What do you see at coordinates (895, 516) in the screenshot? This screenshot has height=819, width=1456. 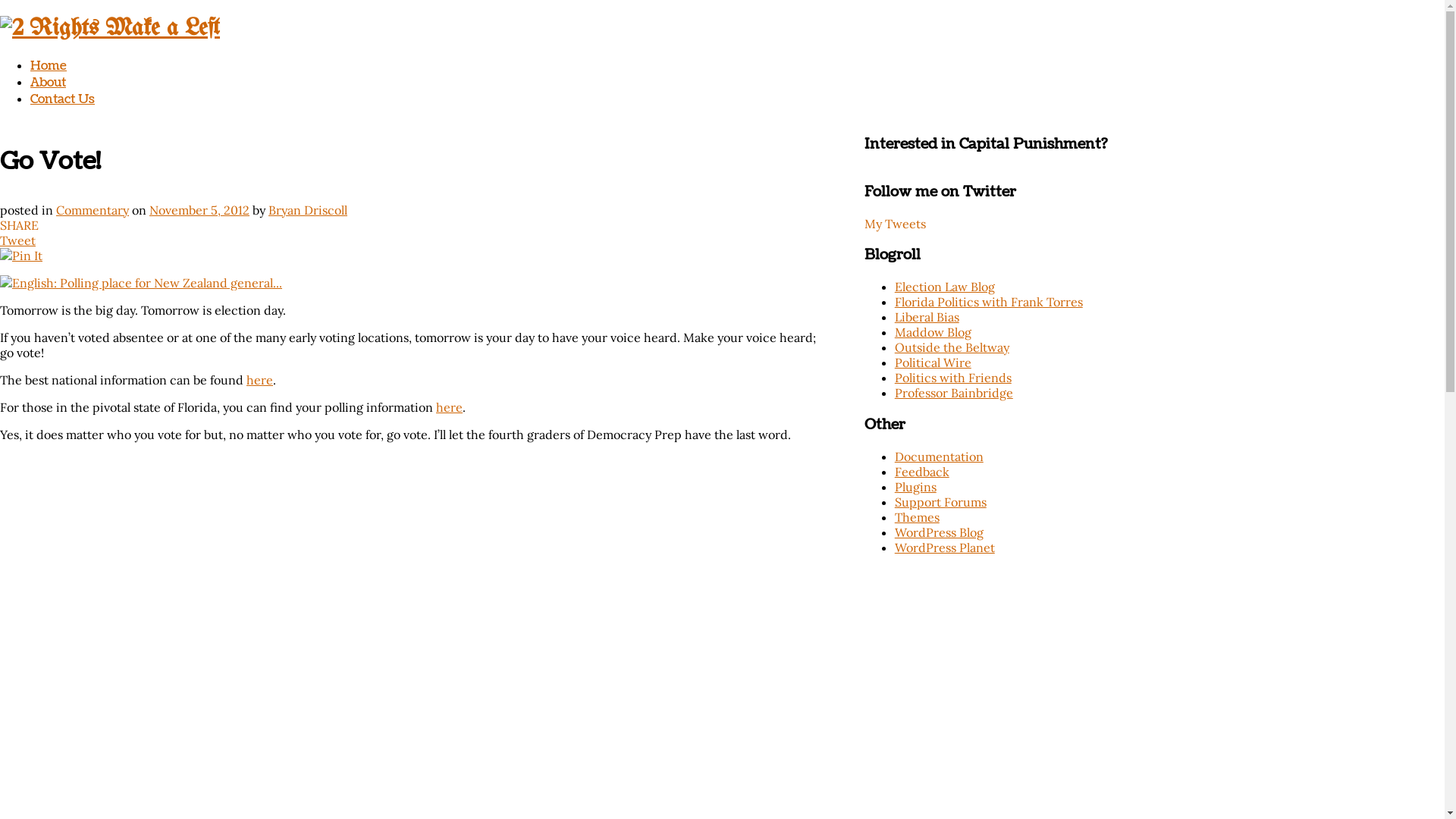 I see `'Themes'` at bounding box center [895, 516].